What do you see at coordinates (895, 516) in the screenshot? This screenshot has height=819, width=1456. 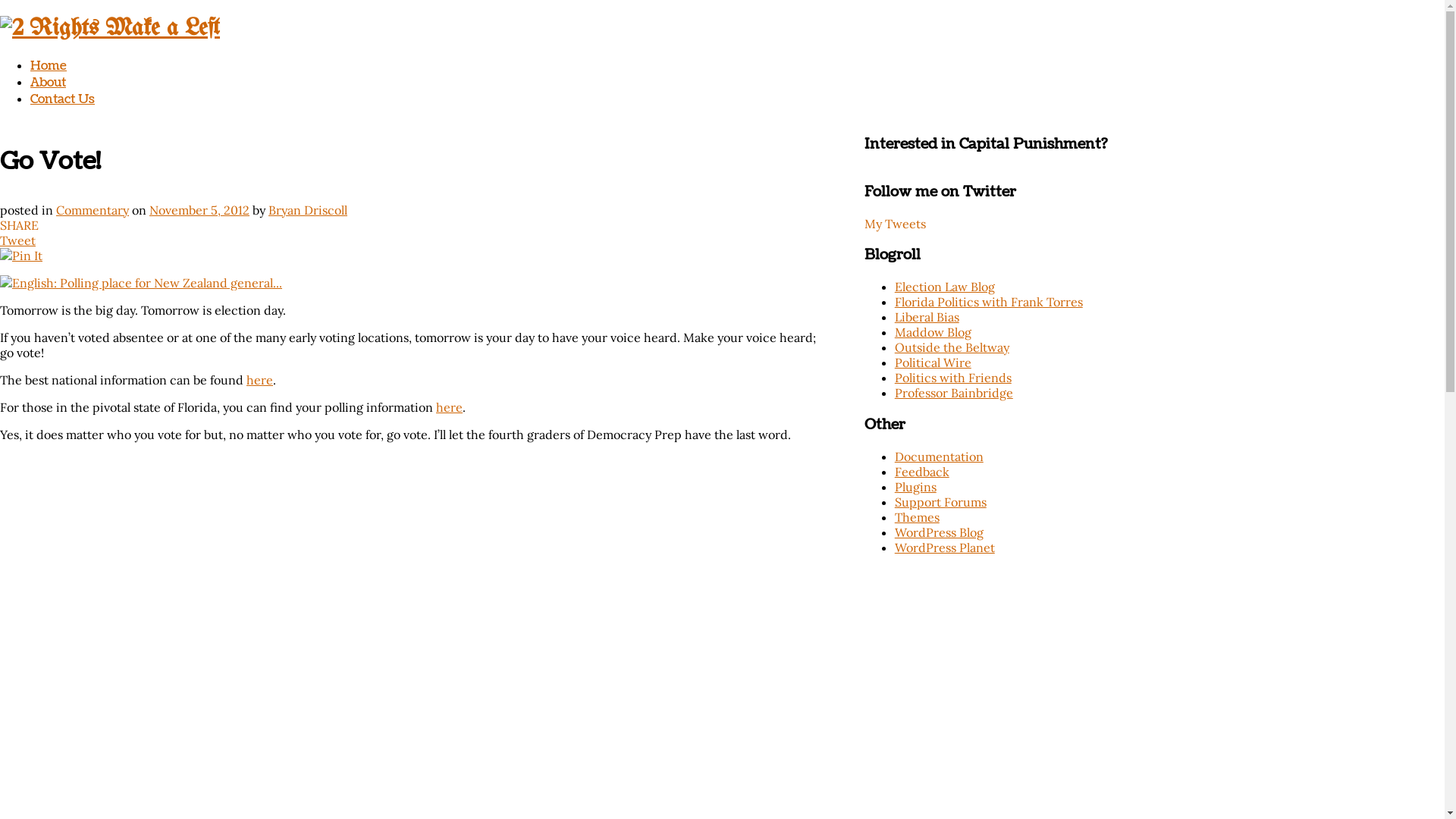 I see `'Themes'` at bounding box center [895, 516].